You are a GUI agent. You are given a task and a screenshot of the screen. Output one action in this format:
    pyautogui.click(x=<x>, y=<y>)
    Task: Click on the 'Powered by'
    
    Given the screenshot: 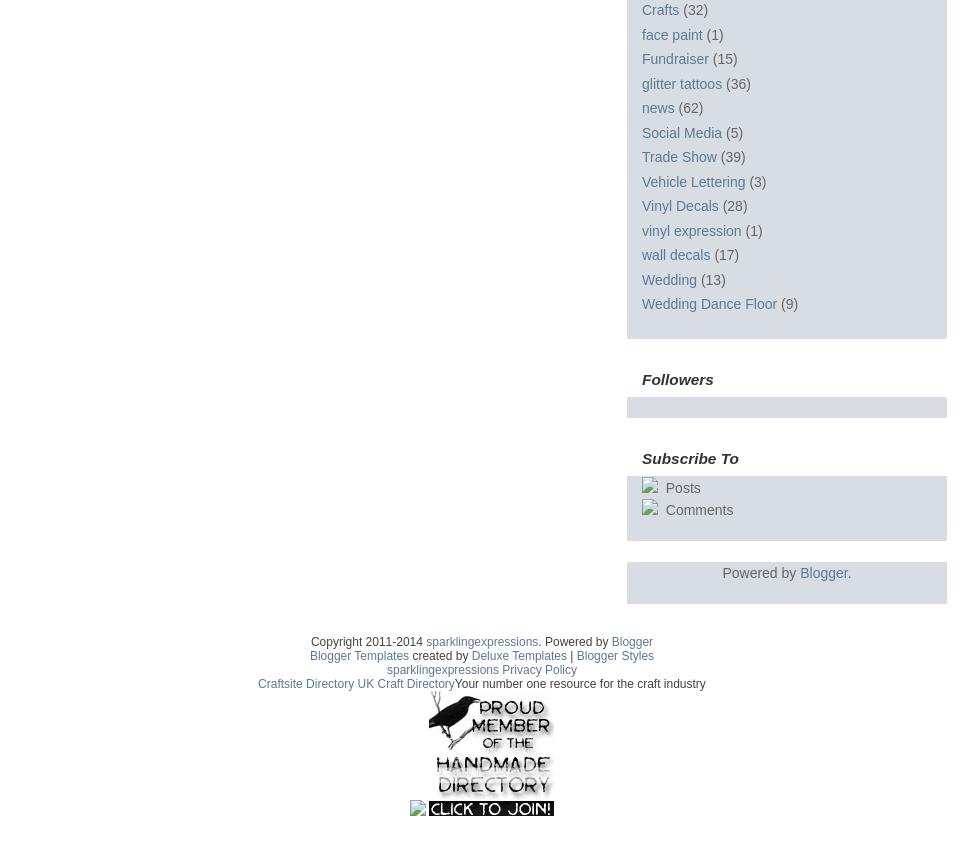 What is the action you would take?
    pyautogui.click(x=759, y=571)
    